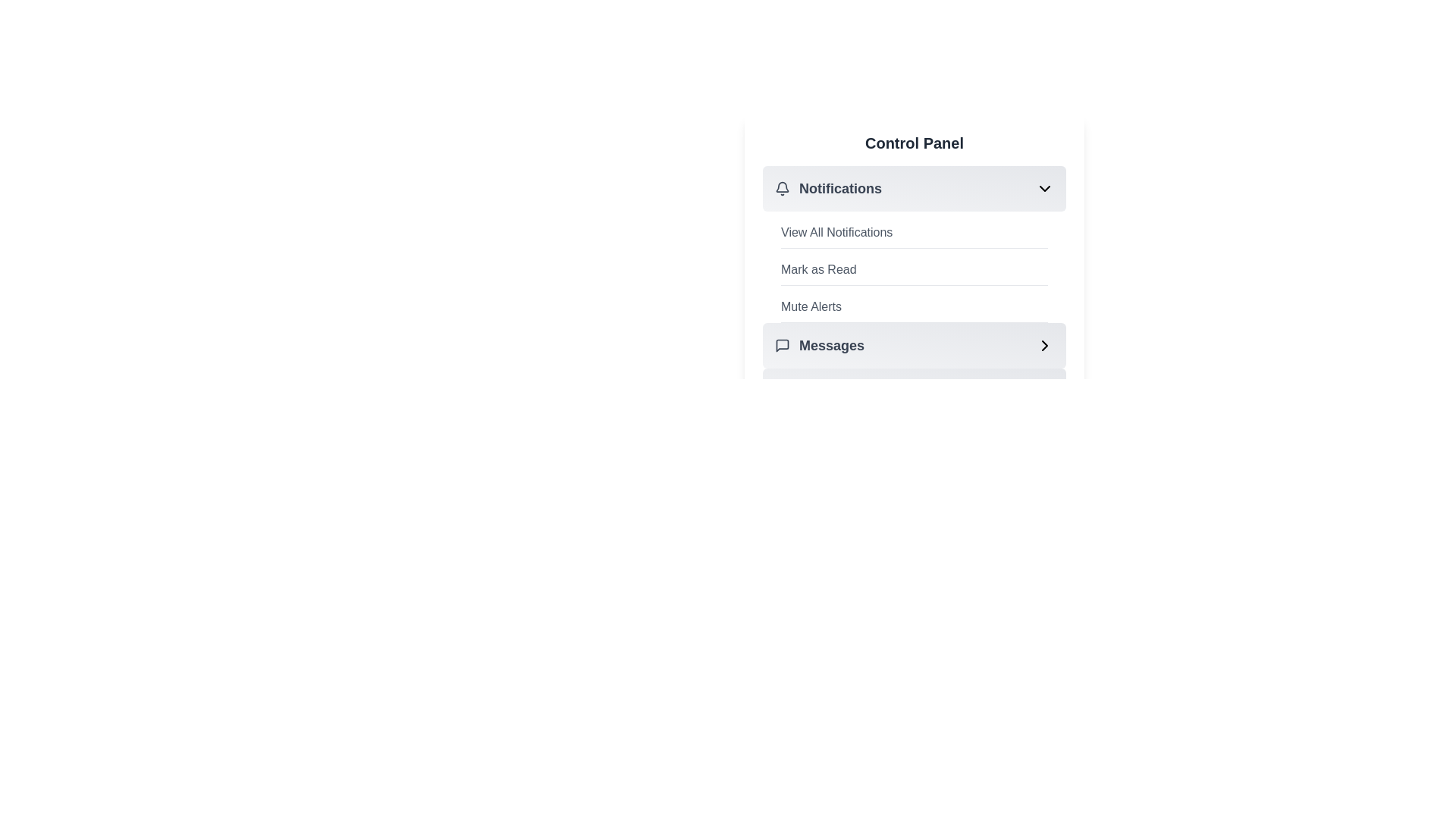  Describe the element at coordinates (783, 345) in the screenshot. I see `the speech bubble icon located to the left of the 'Messages' text label` at that location.